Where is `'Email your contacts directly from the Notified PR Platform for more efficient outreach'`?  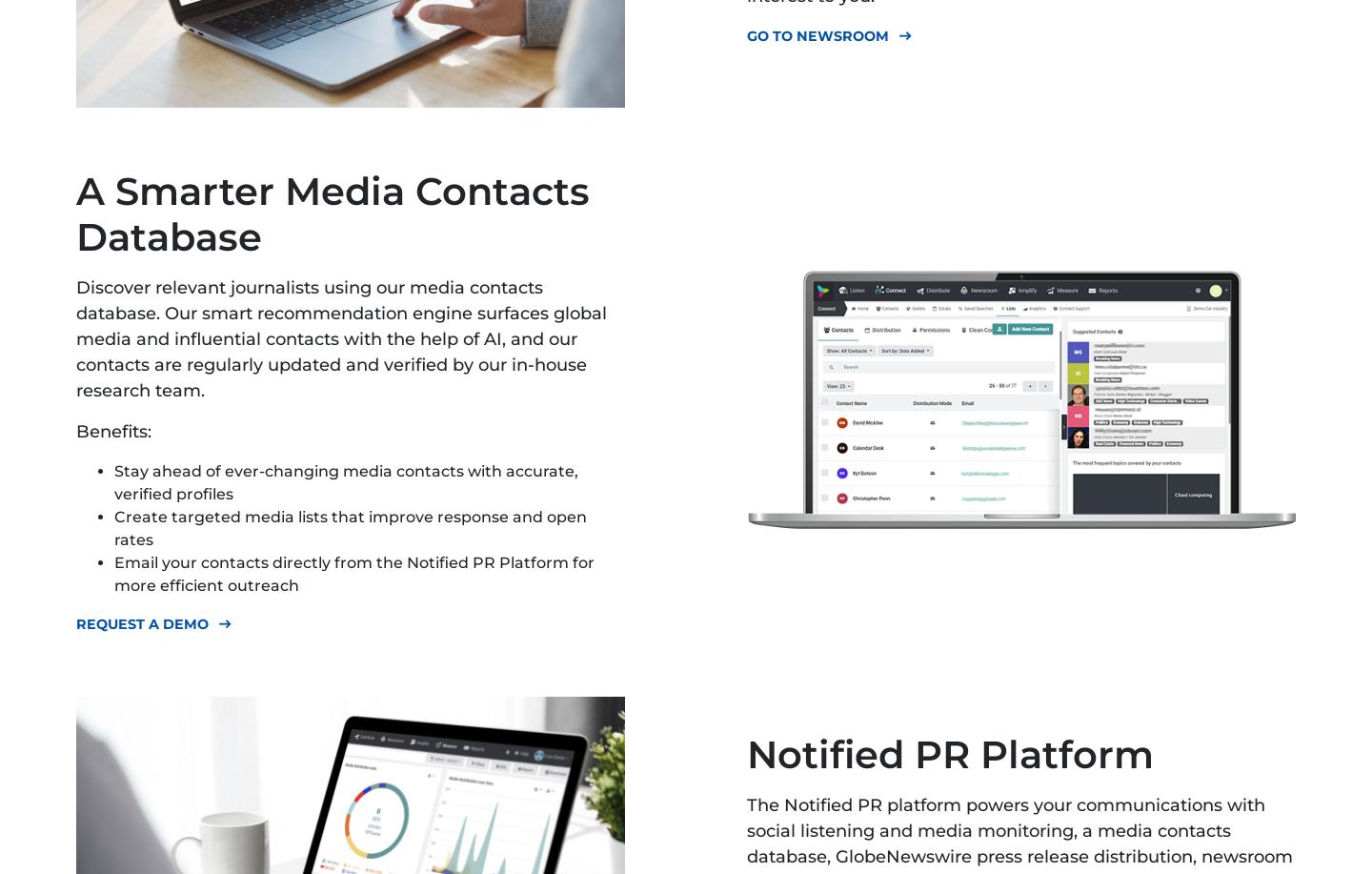
'Email your contacts directly from the Notified PR Platform for more efficient outreach' is located at coordinates (353, 573).